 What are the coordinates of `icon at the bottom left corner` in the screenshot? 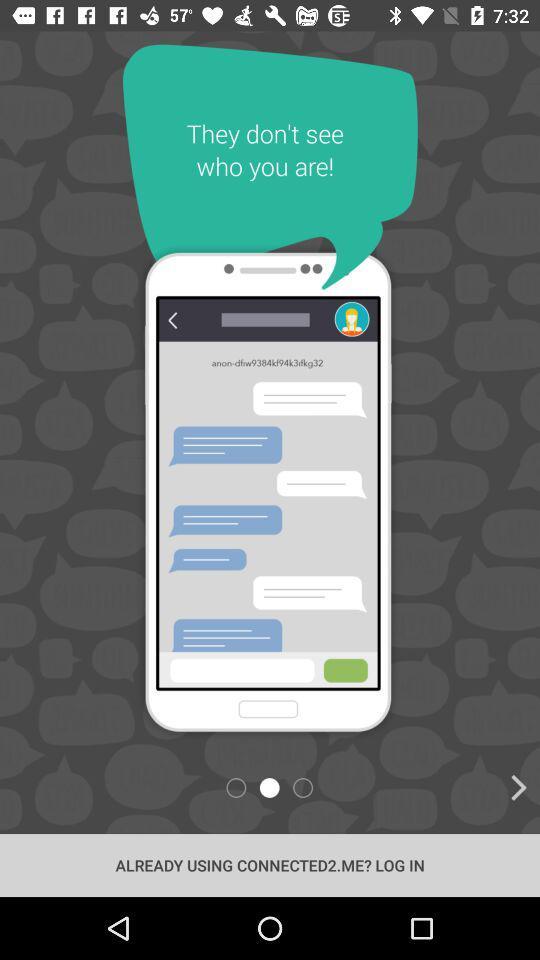 It's located at (116, 787).